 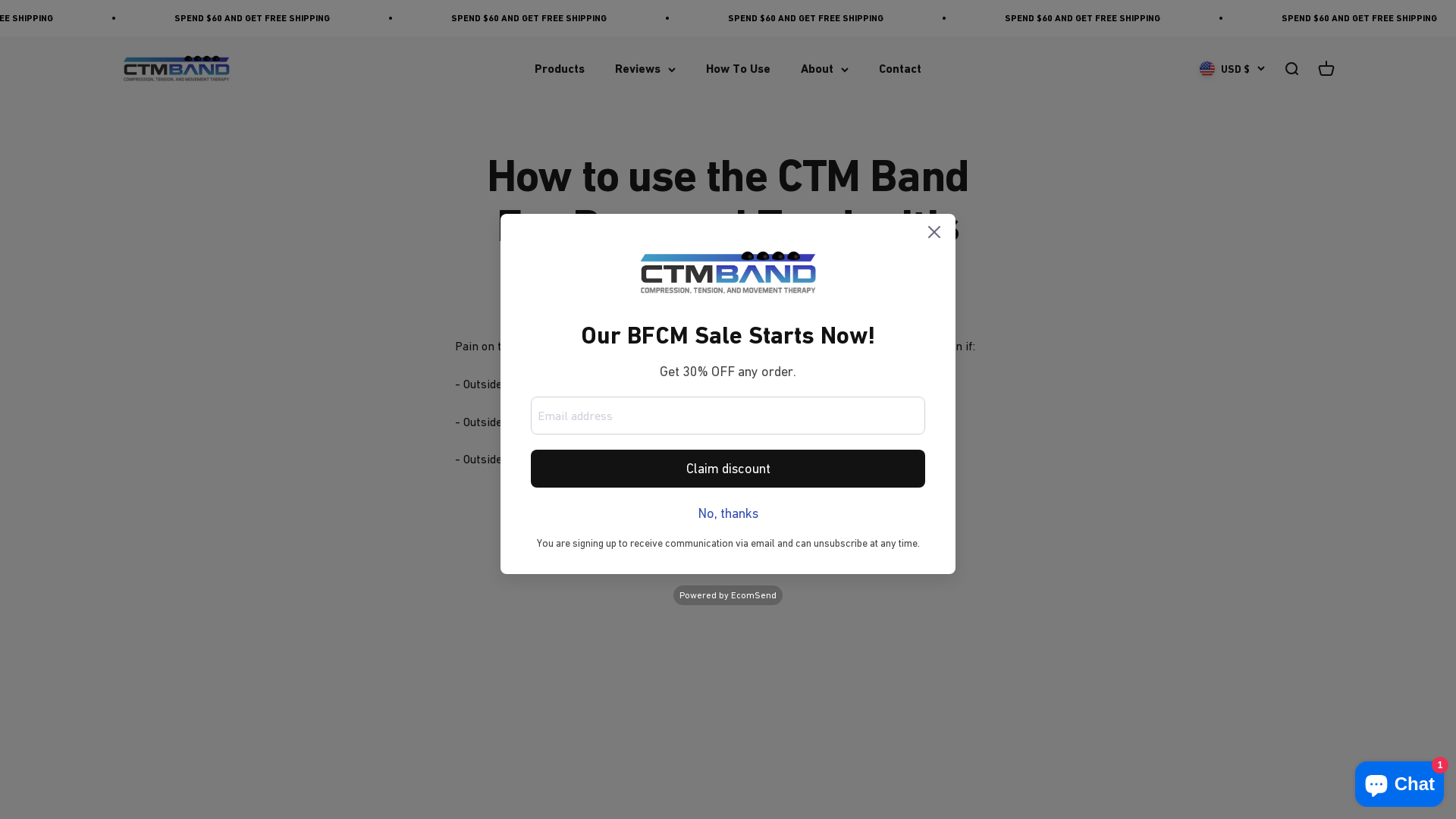 What do you see at coordinates (176, 69) in the screenshot?
I see `'CTM Therapy'` at bounding box center [176, 69].